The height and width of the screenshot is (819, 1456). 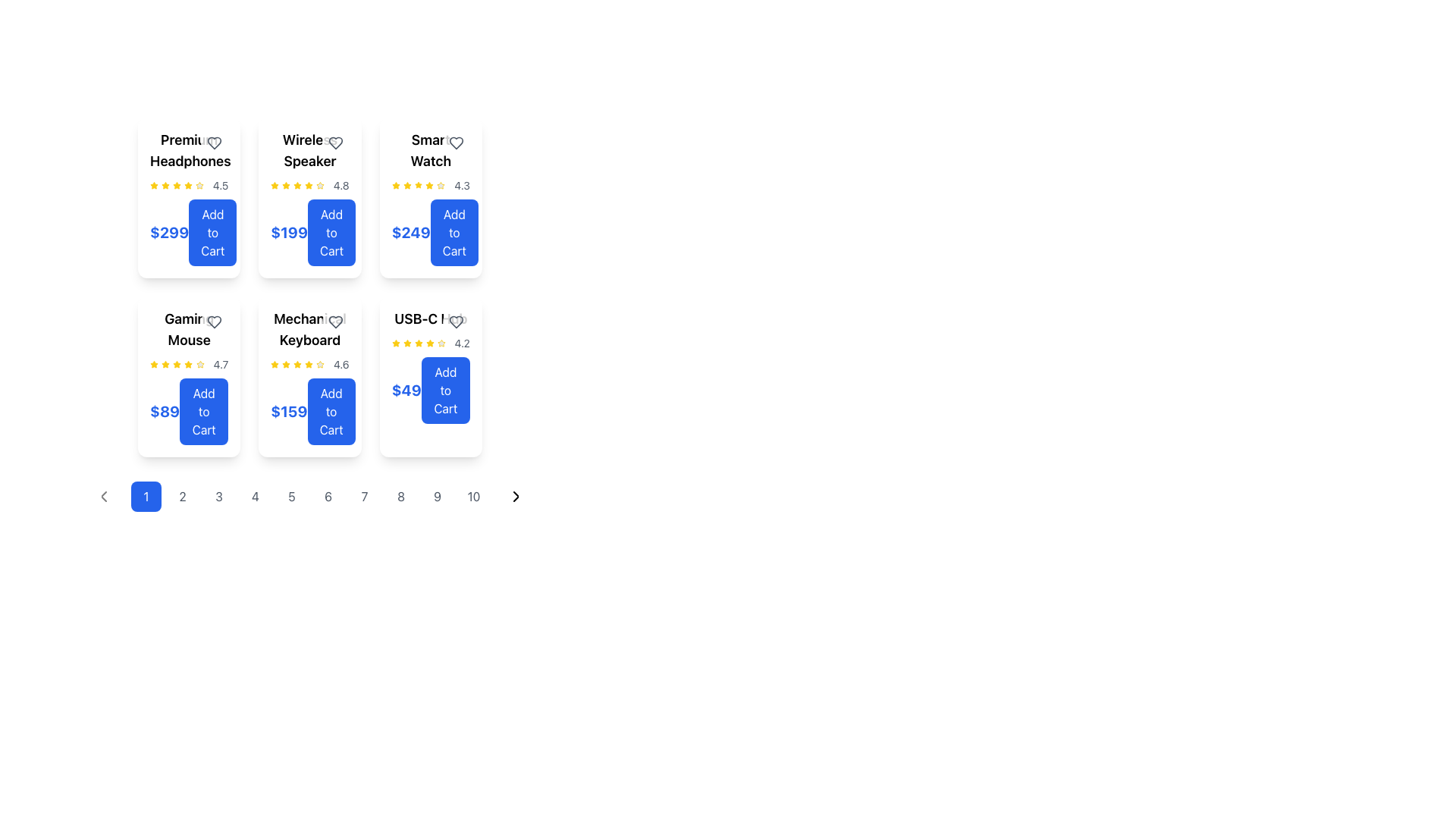 What do you see at coordinates (199, 185) in the screenshot?
I see `the star icon representing the rating system for the product 'Premium Headphones' located in the rating section below the product title in the first product card of the grid layout` at bounding box center [199, 185].